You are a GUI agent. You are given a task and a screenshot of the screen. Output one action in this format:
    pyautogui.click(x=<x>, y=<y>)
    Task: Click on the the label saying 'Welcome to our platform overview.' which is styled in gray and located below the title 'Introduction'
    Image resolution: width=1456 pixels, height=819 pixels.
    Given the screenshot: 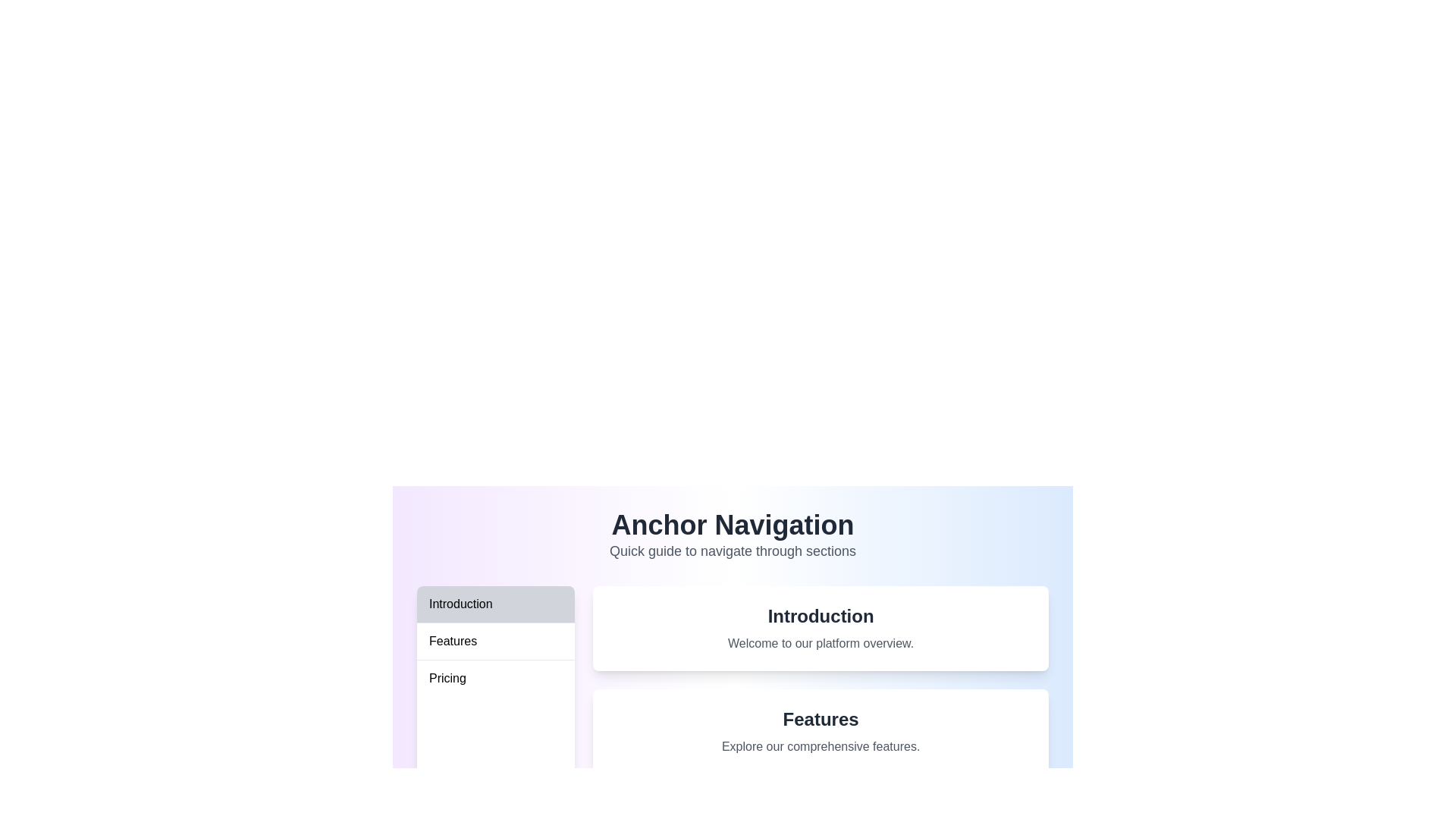 What is the action you would take?
    pyautogui.click(x=820, y=643)
    